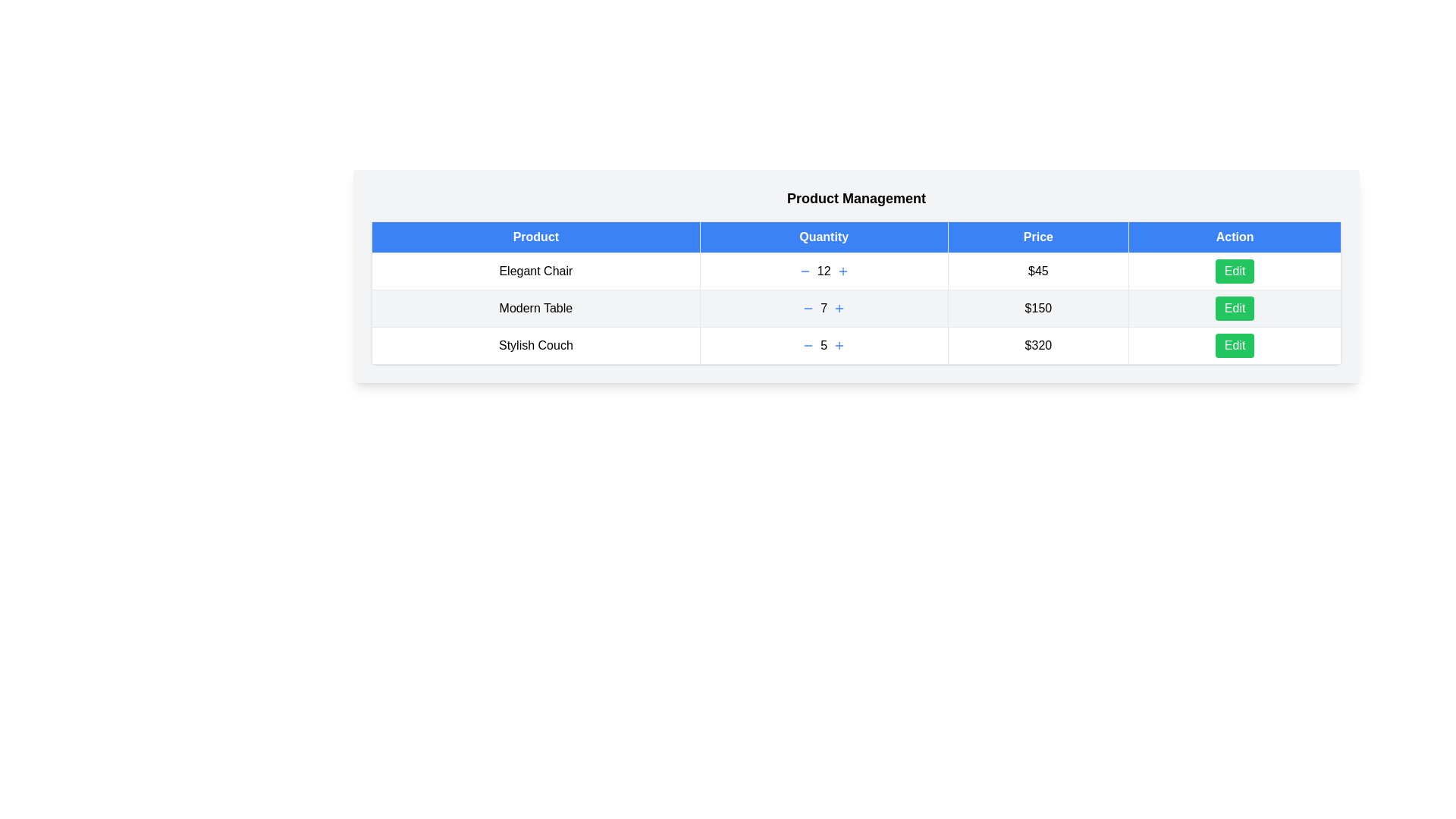 This screenshot has width=1456, height=819. What do you see at coordinates (1235, 345) in the screenshot?
I see `the 'Edit' button for the product with description 'Stylish Couch'` at bounding box center [1235, 345].